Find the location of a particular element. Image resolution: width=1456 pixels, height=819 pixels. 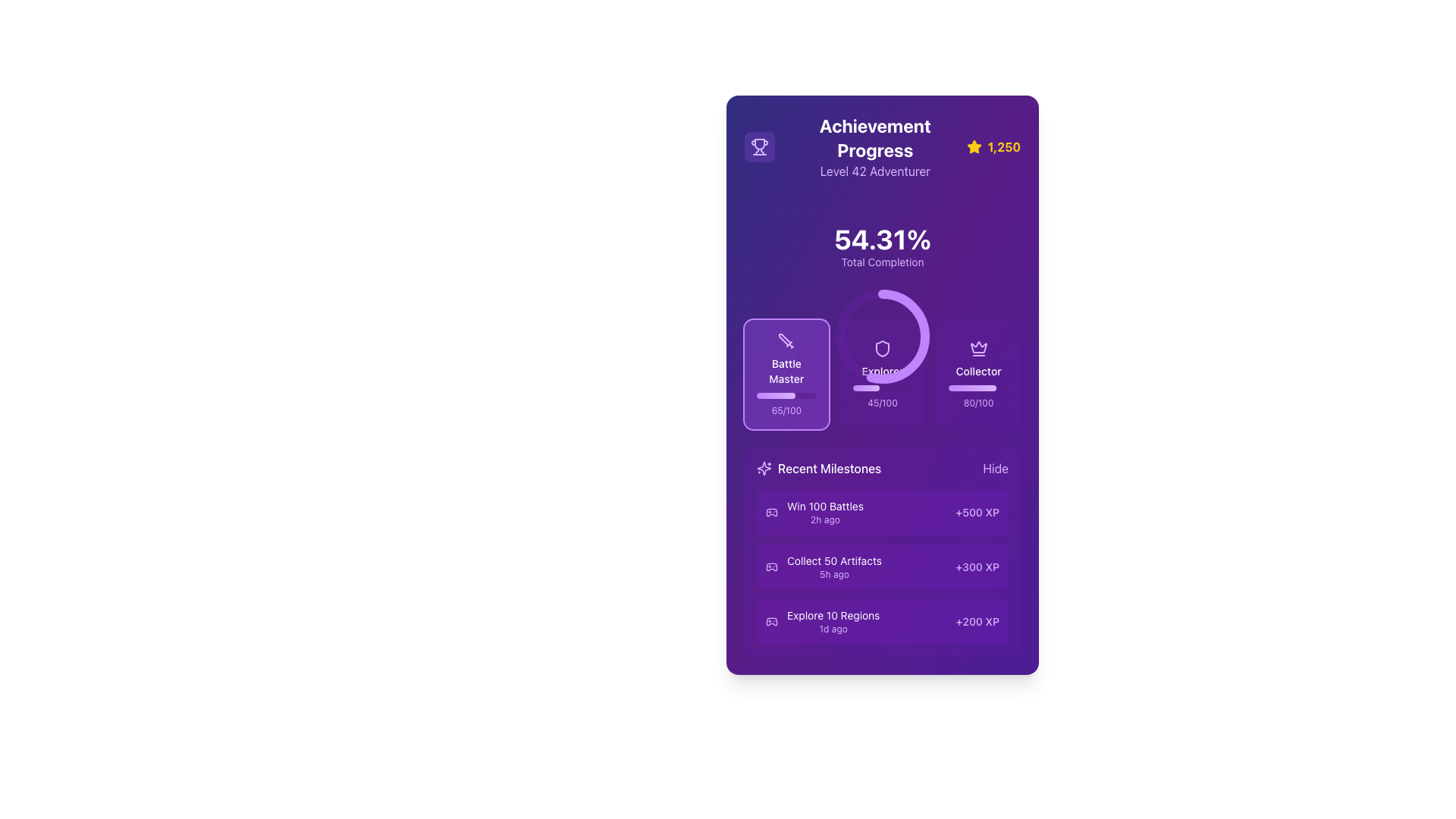

the game controller icon styled with thin strokes and a light purple hue, located in the 'Recent Milestones' section next to 'Explore 10 Regions' is located at coordinates (771, 622).